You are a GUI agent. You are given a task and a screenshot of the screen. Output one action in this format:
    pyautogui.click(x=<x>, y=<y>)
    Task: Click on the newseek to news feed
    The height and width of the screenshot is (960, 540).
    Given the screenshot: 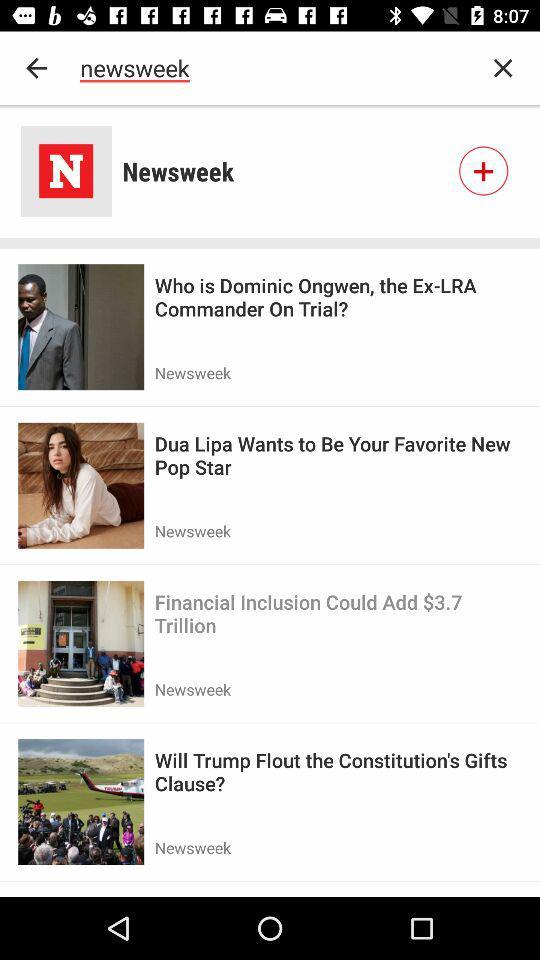 What is the action you would take?
    pyautogui.click(x=482, y=170)
    